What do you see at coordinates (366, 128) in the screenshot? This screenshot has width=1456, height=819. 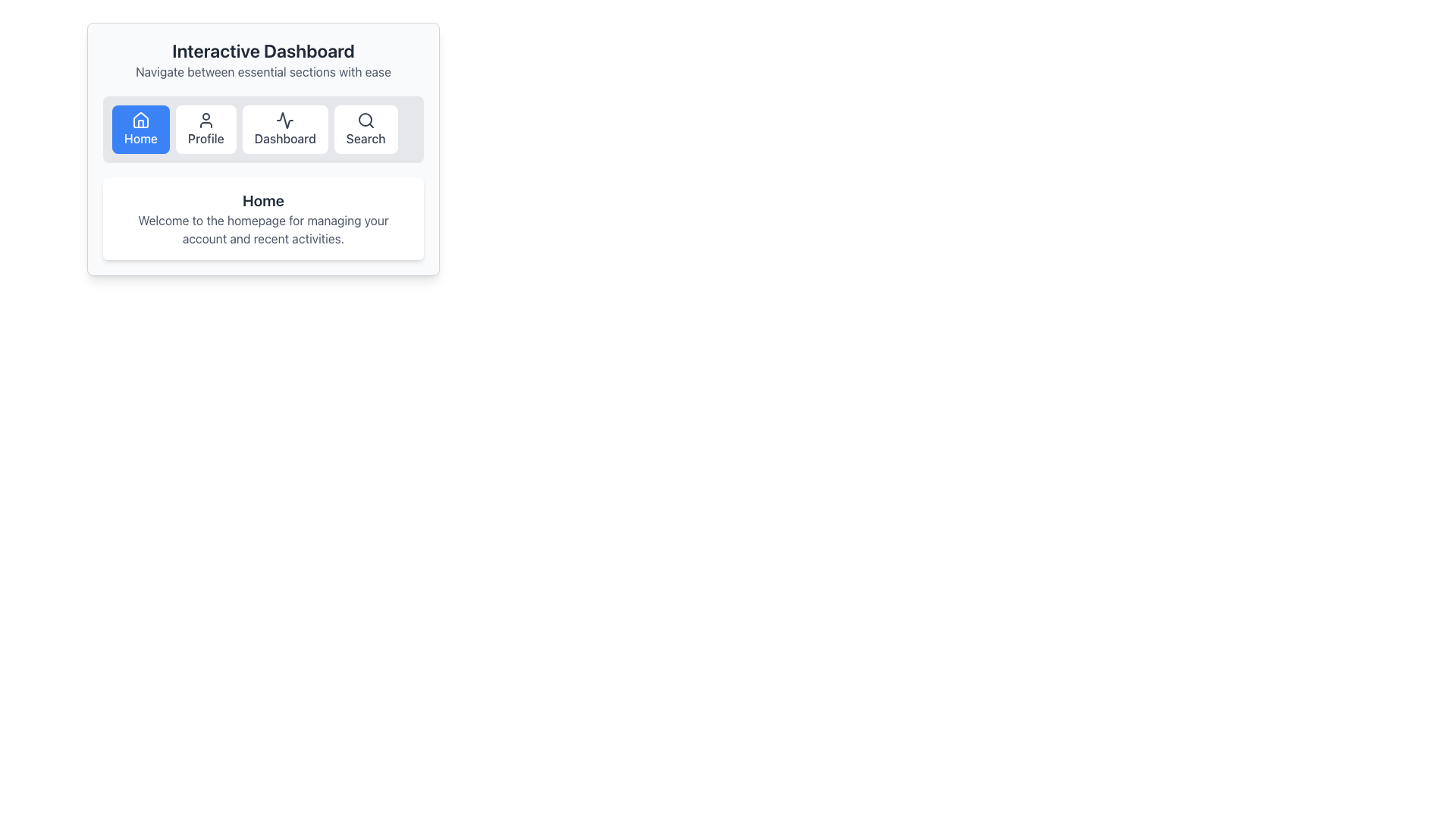 I see `the 'Search' button, which is a rectangular button with rounded corners, a white background, and a magnifying glass icon, to initiate a search` at bounding box center [366, 128].